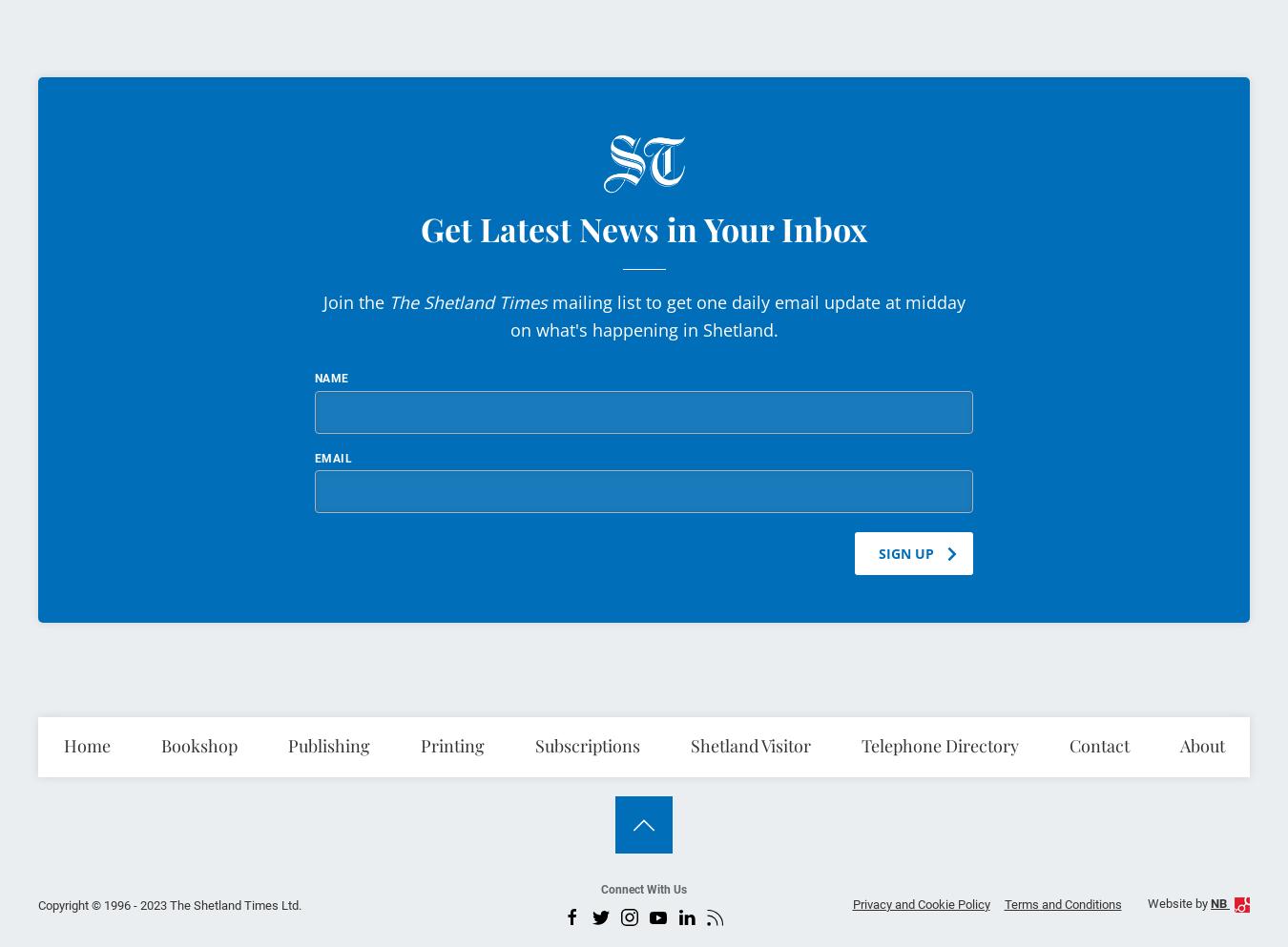 The height and width of the screenshot is (947, 1288). What do you see at coordinates (736, 314) in the screenshot?
I see `'mailing list to get one daily email update at midday on what's happening in Shetland.'` at bounding box center [736, 314].